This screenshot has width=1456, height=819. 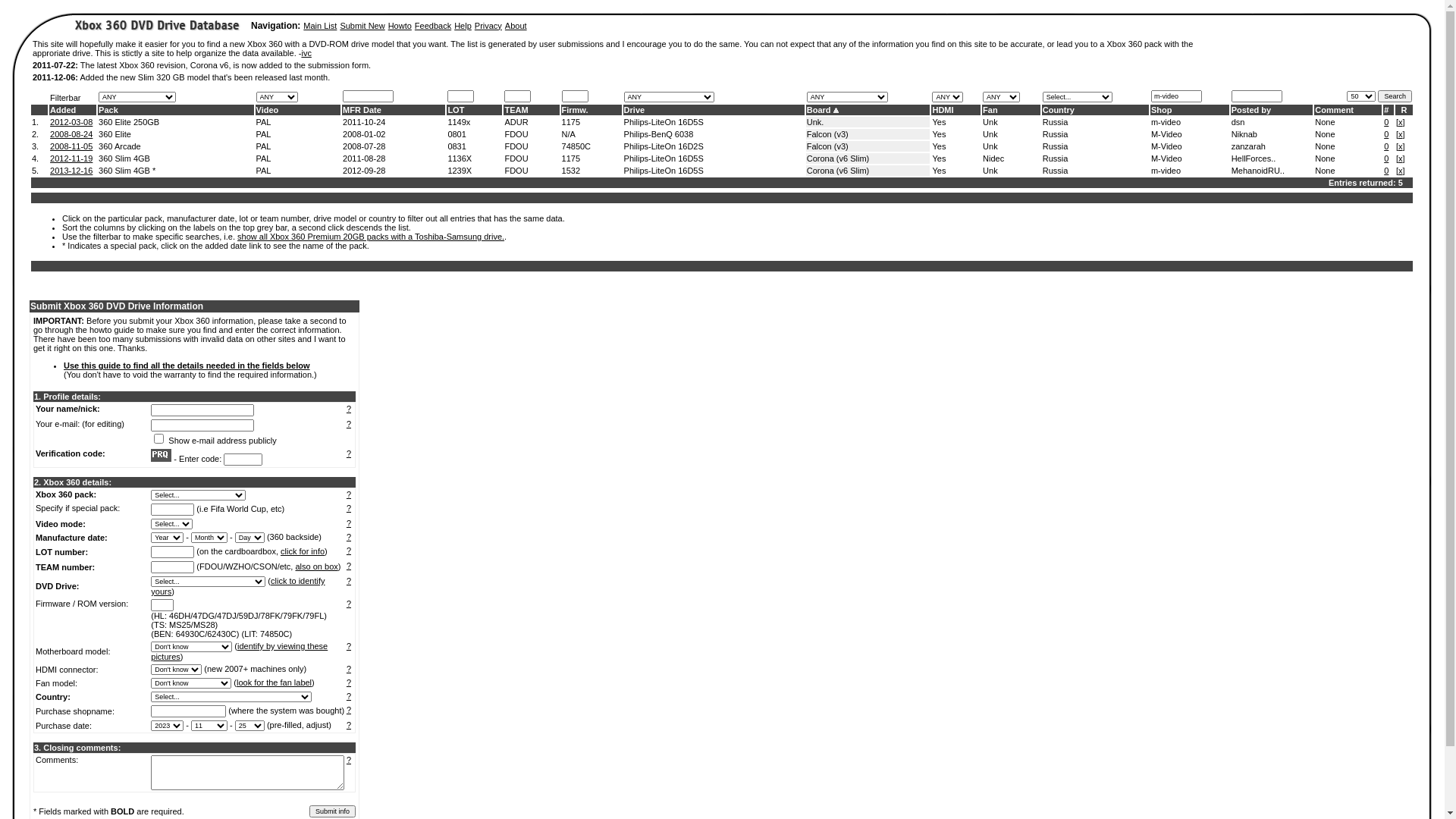 What do you see at coordinates (264, 133) in the screenshot?
I see `'PAL'` at bounding box center [264, 133].